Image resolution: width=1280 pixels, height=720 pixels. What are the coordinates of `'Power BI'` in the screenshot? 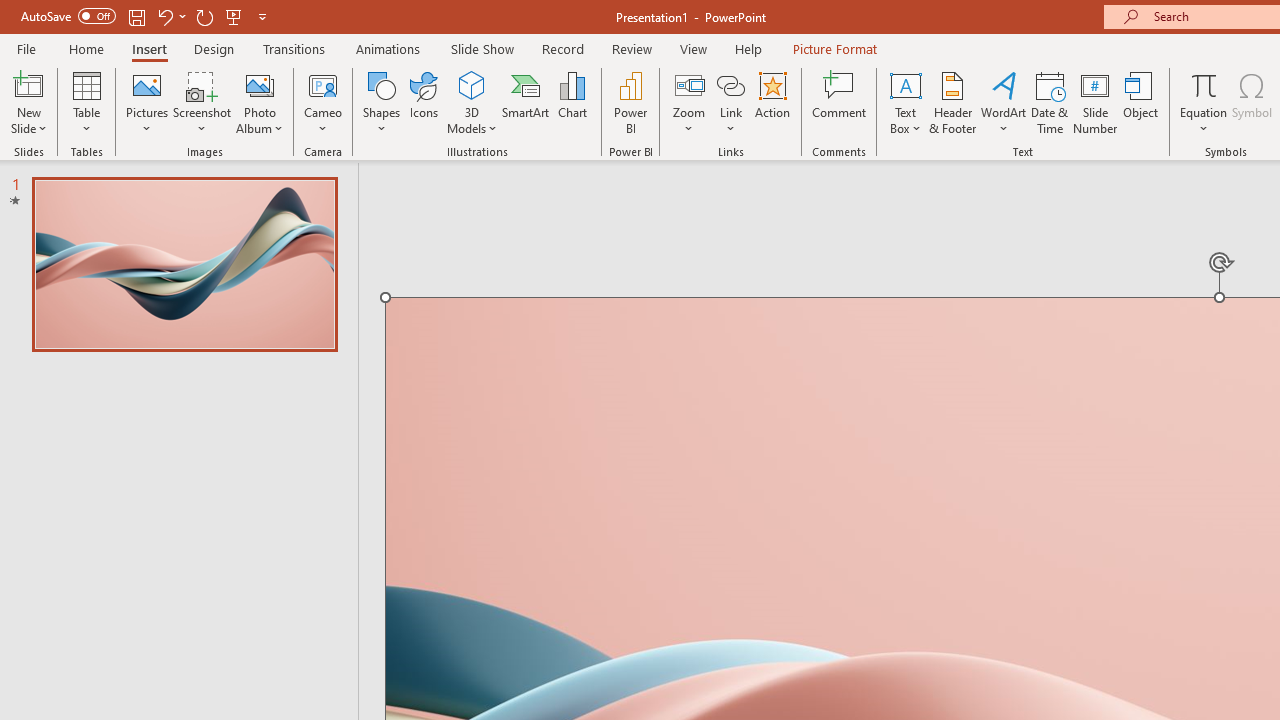 It's located at (630, 103).